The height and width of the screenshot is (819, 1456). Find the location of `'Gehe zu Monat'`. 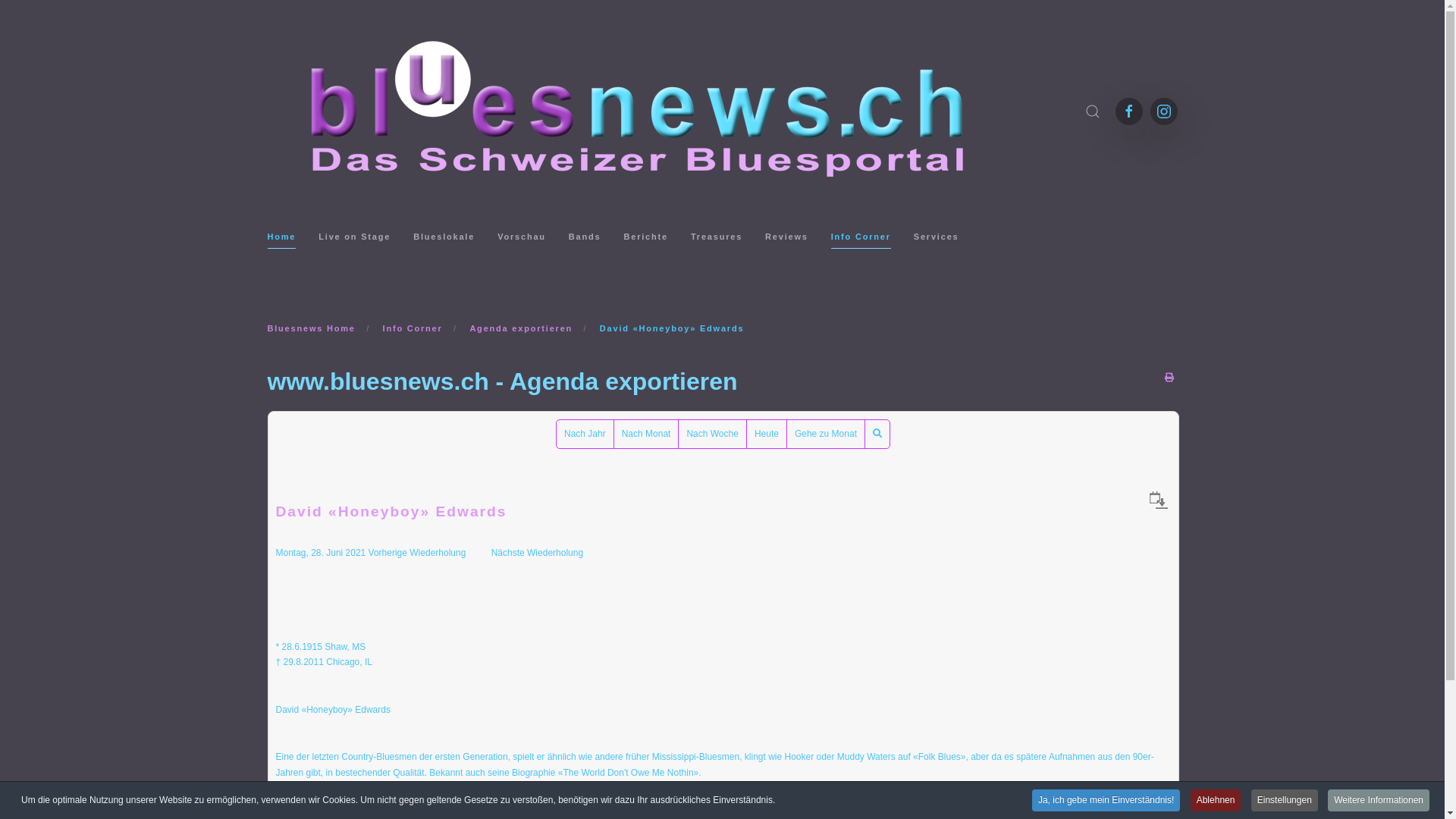

'Gehe zu Monat' is located at coordinates (786, 434).